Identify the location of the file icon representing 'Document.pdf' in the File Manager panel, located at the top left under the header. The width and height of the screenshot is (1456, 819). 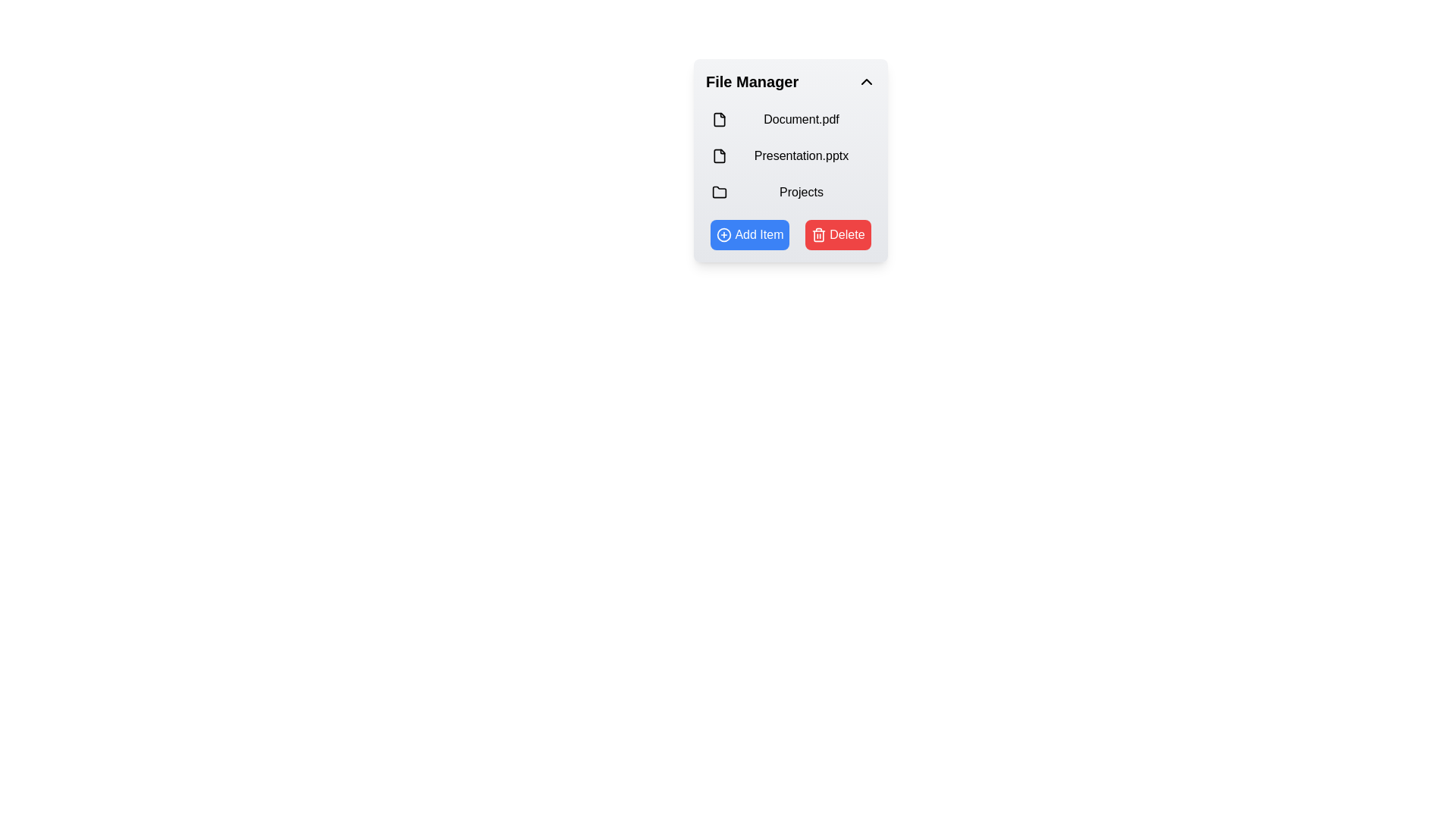
(719, 119).